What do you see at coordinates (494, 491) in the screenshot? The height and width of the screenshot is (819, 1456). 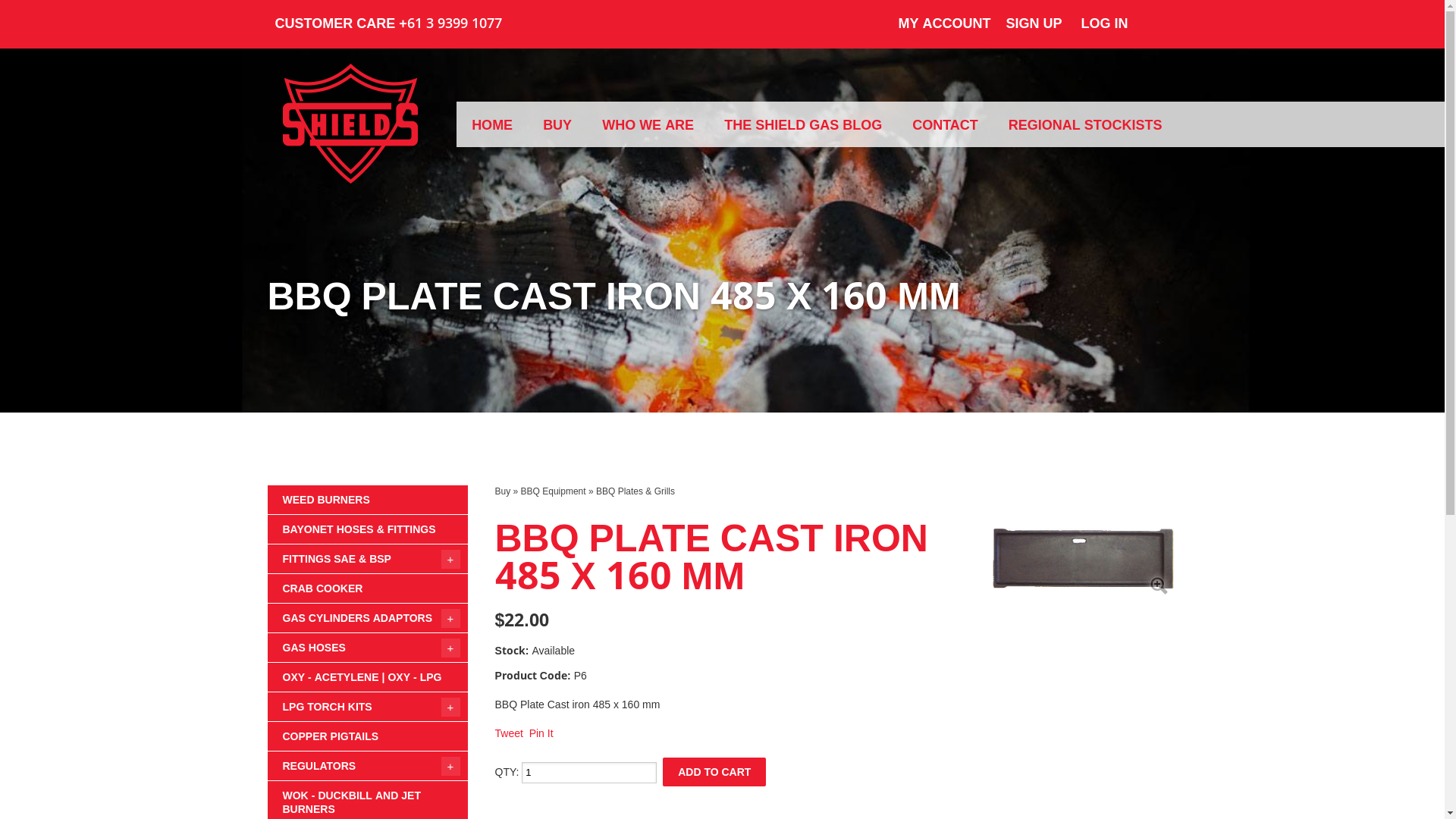 I see `'Buy'` at bounding box center [494, 491].